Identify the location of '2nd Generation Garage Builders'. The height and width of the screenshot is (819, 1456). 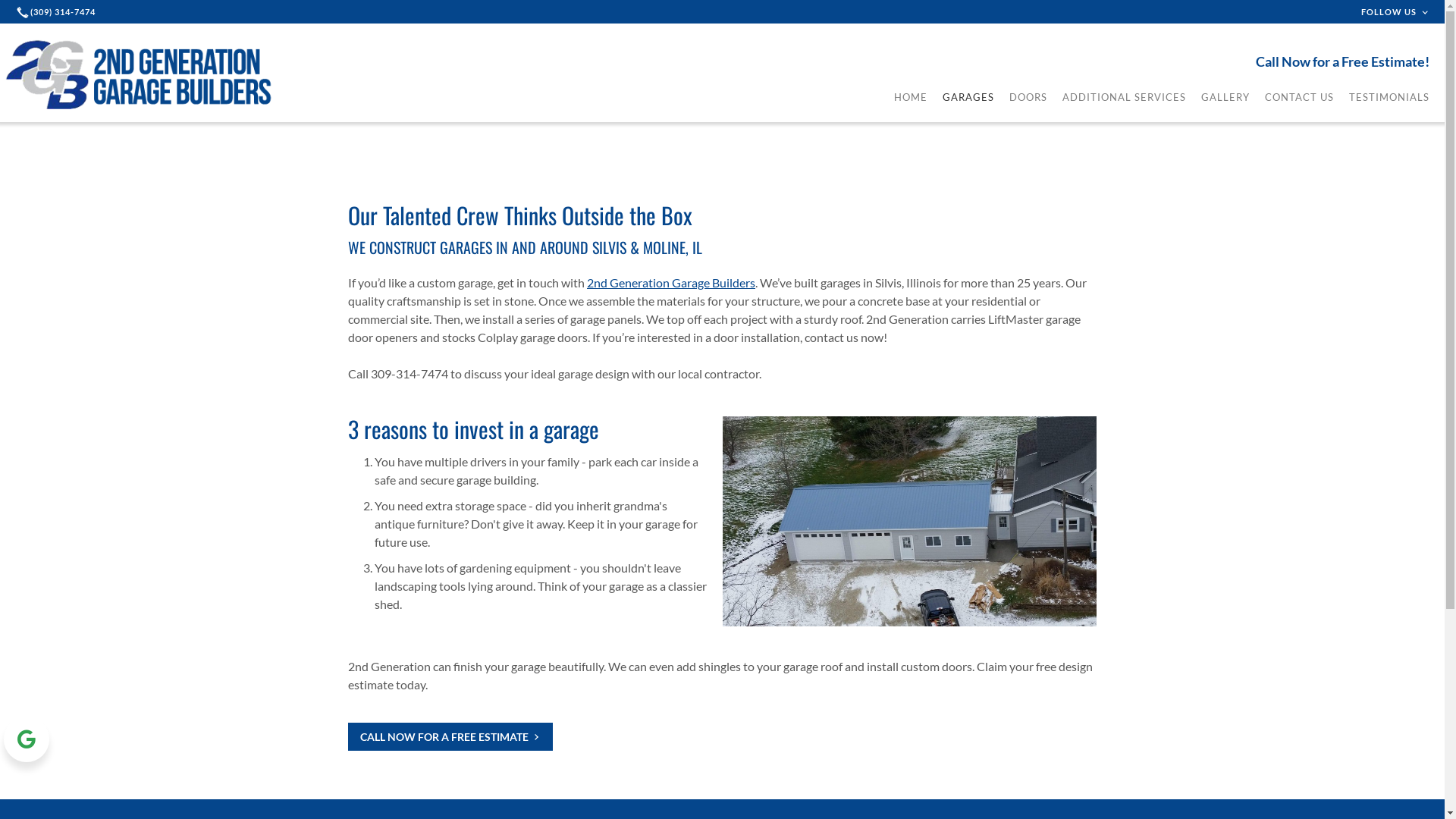
(585, 282).